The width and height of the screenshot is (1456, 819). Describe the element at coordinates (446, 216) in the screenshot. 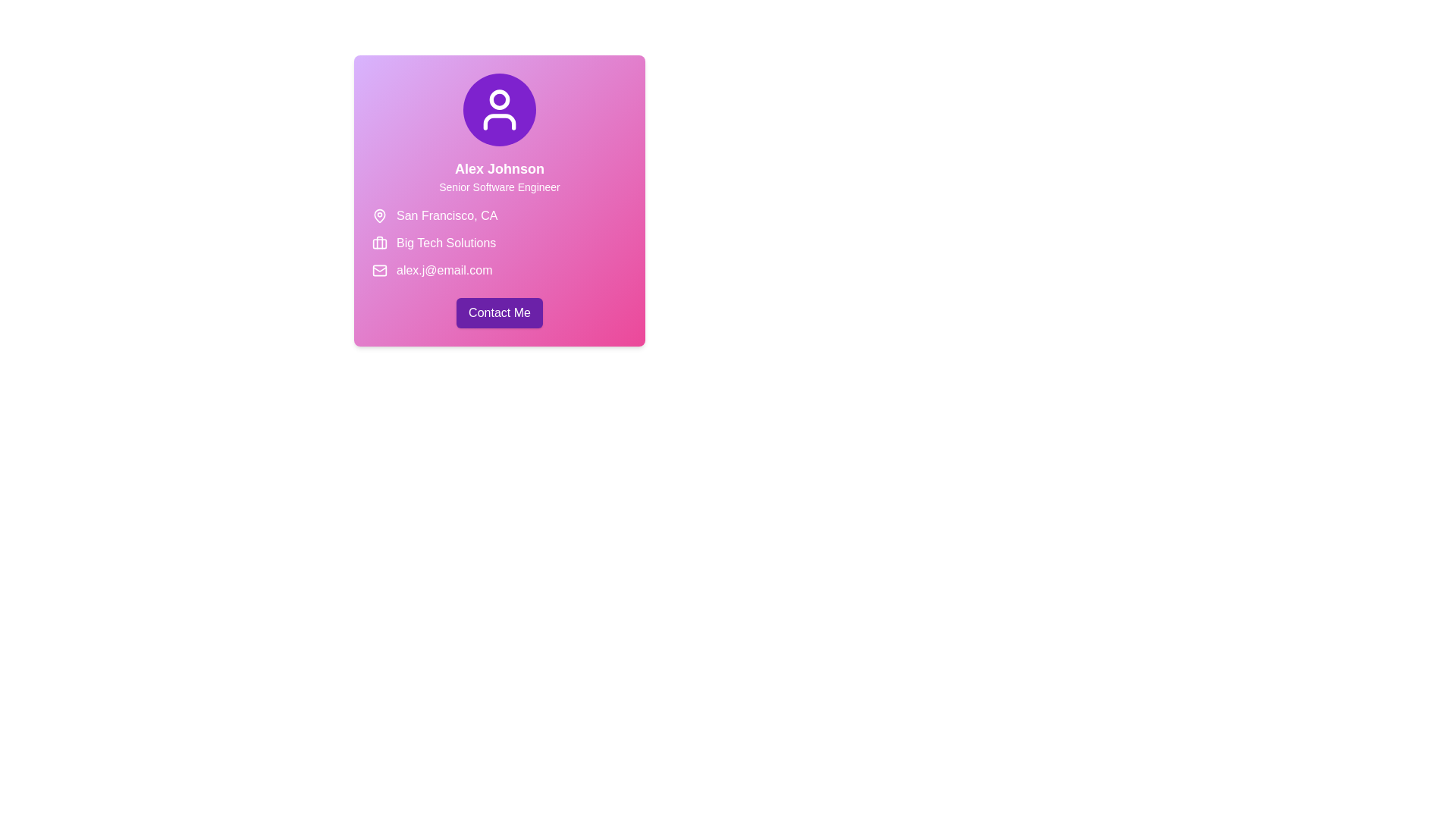

I see `the text label displaying 'San Francisco, CA', which is adjacent to a pin icon indicating a geographical location` at that location.